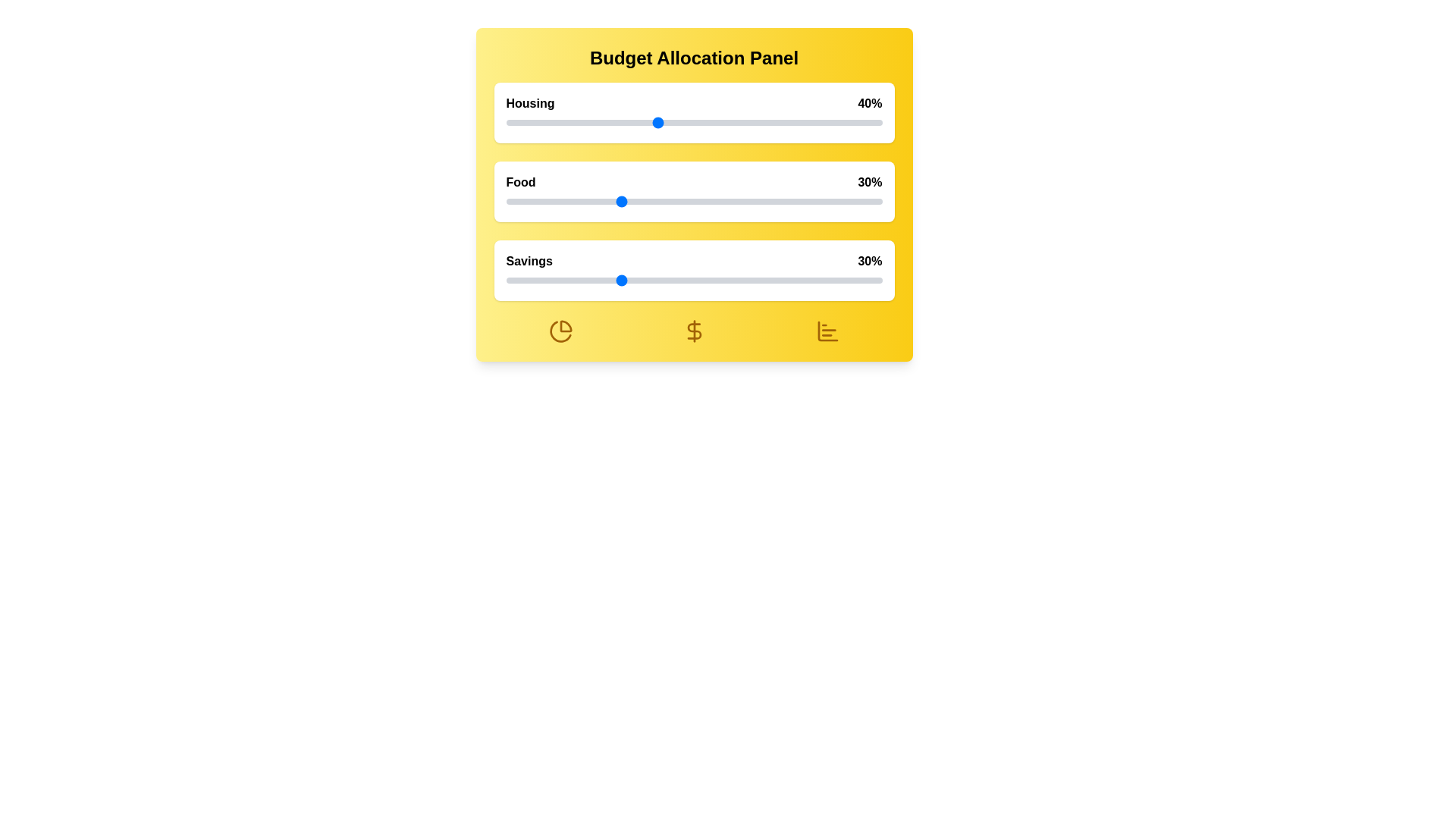 The image size is (1456, 819). What do you see at coordinates (693, 181) in the screenshot?
I see `the text label displaying 'Food' with a percentage of '30%' in the Budget Allocation Panel, located between the Housing label and a range slider` at bounding box center [693, 181].